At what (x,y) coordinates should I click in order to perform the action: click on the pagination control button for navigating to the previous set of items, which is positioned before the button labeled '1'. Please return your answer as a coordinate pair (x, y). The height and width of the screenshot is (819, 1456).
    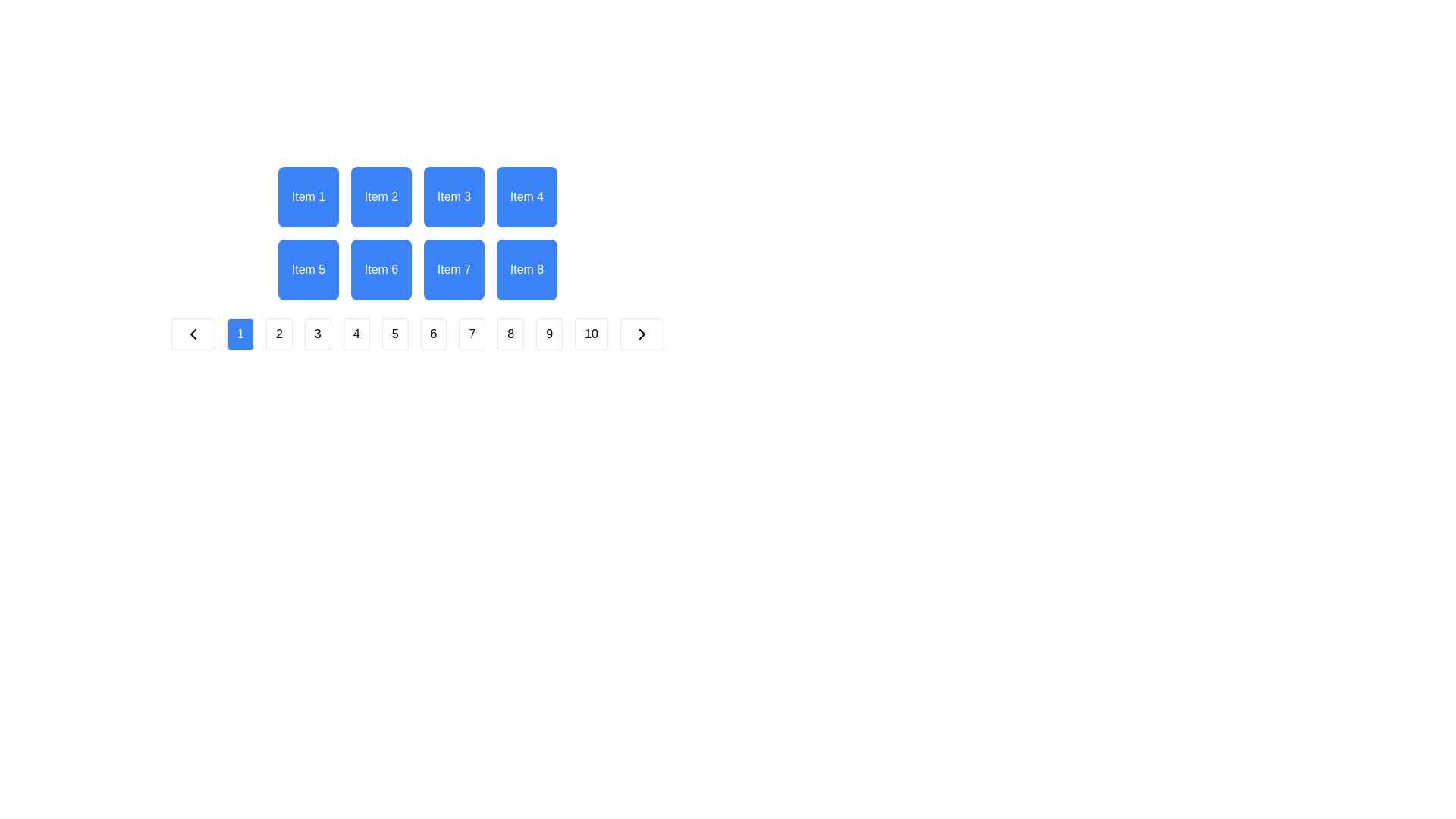
    Looking at the image, I should click on (192, 333).